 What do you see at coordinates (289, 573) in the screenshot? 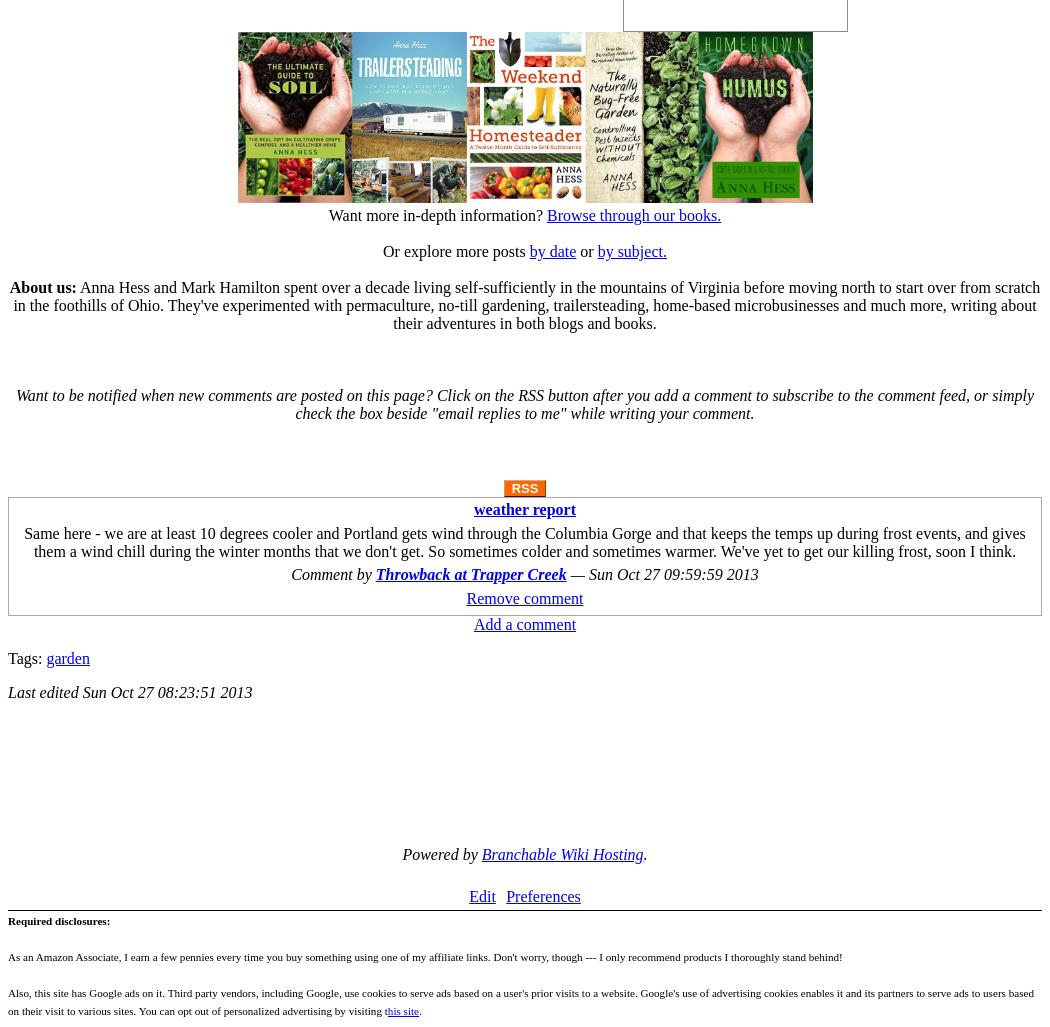
I see `'Comment by'` at bounding box center [289, 573].